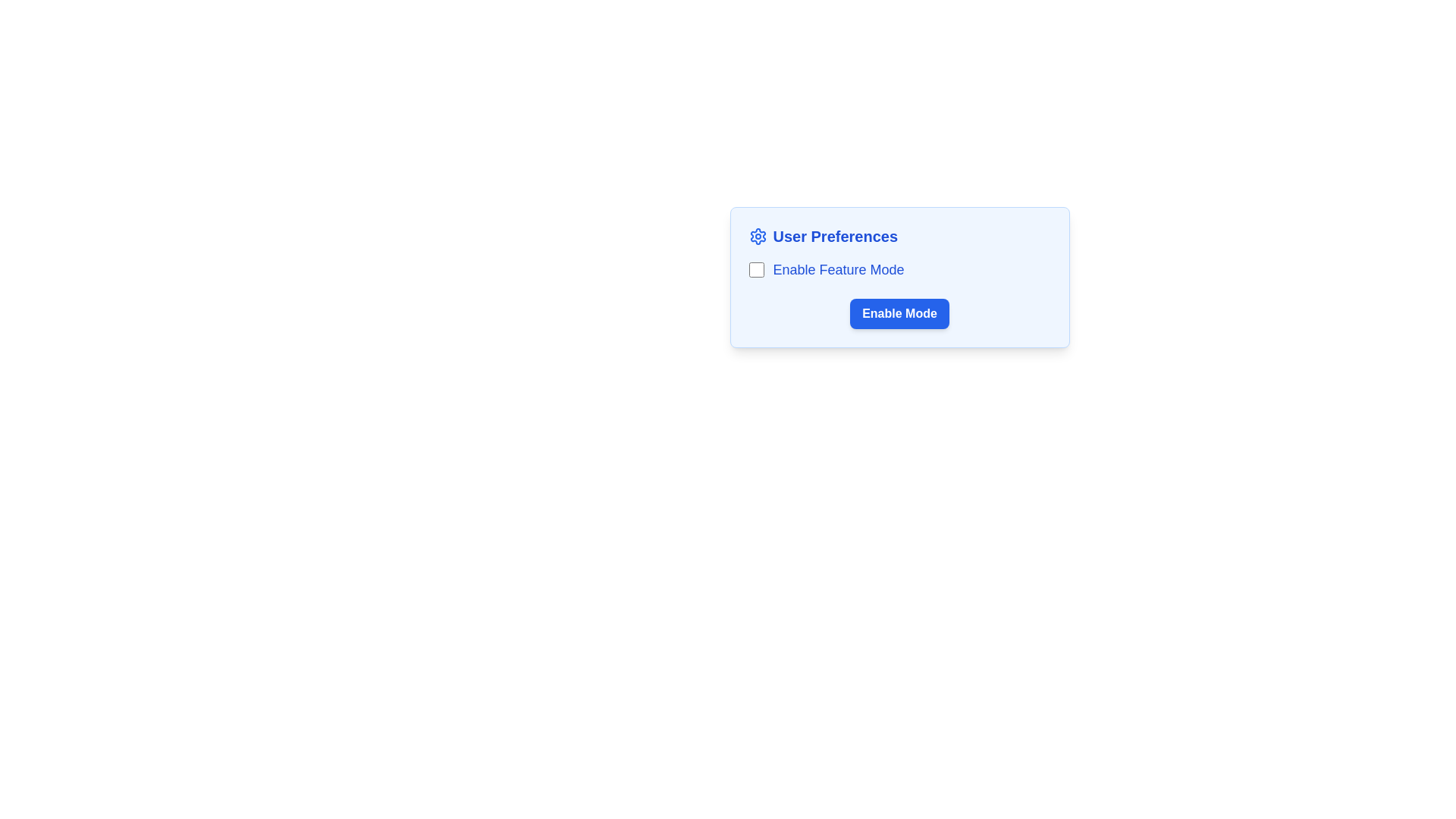 The image size is (1456, 819). What do you see at coordinates (838, 268) in the screenshot?
I see `the label element located to the right of the checkbox in the 'User Preferences' section, which indicates the purpose of the checkbox when selected` at bounding box center [838, 268].